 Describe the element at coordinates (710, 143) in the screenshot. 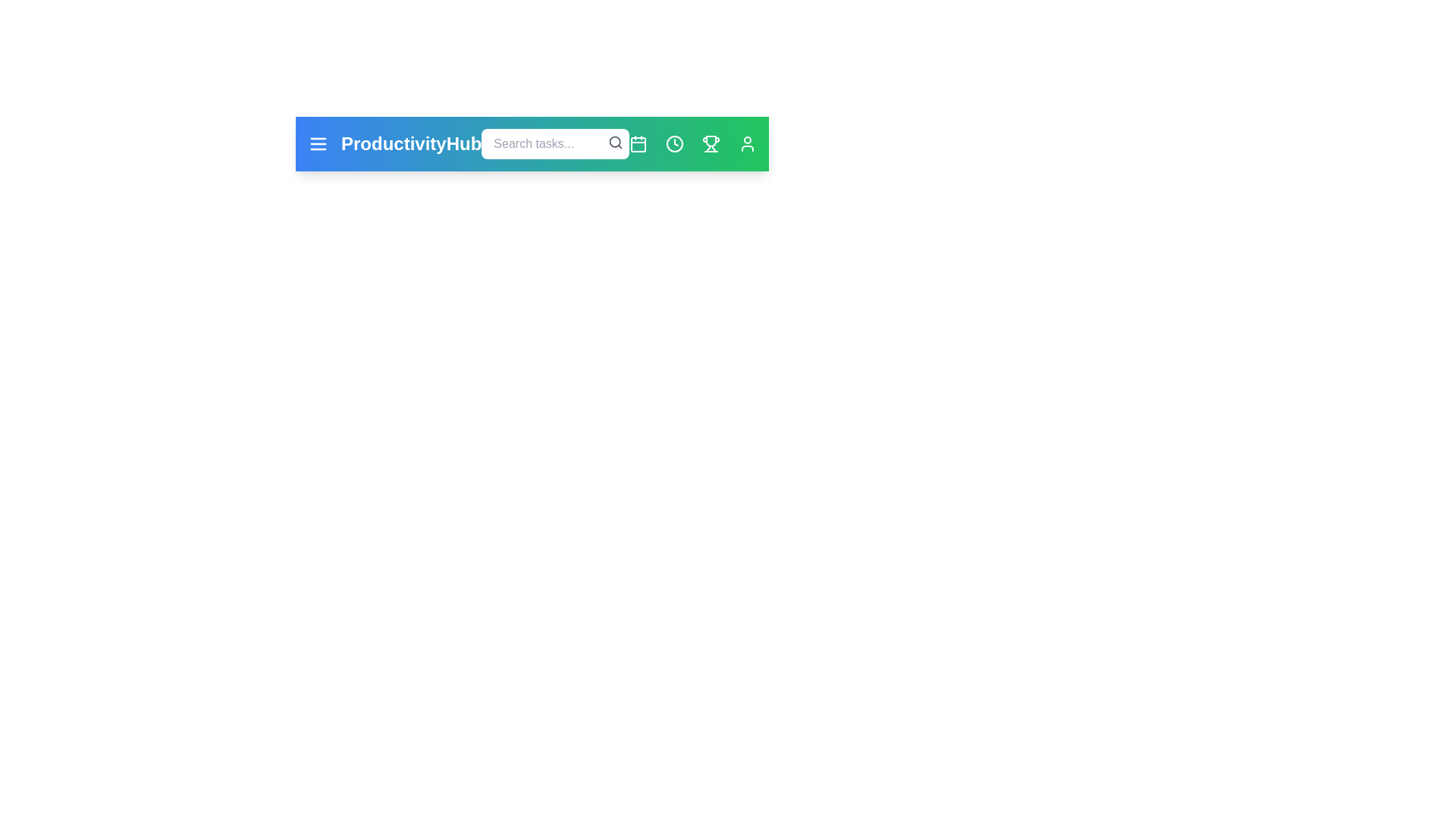

I see `the 'Achievements' icon to view achievements` at that location.